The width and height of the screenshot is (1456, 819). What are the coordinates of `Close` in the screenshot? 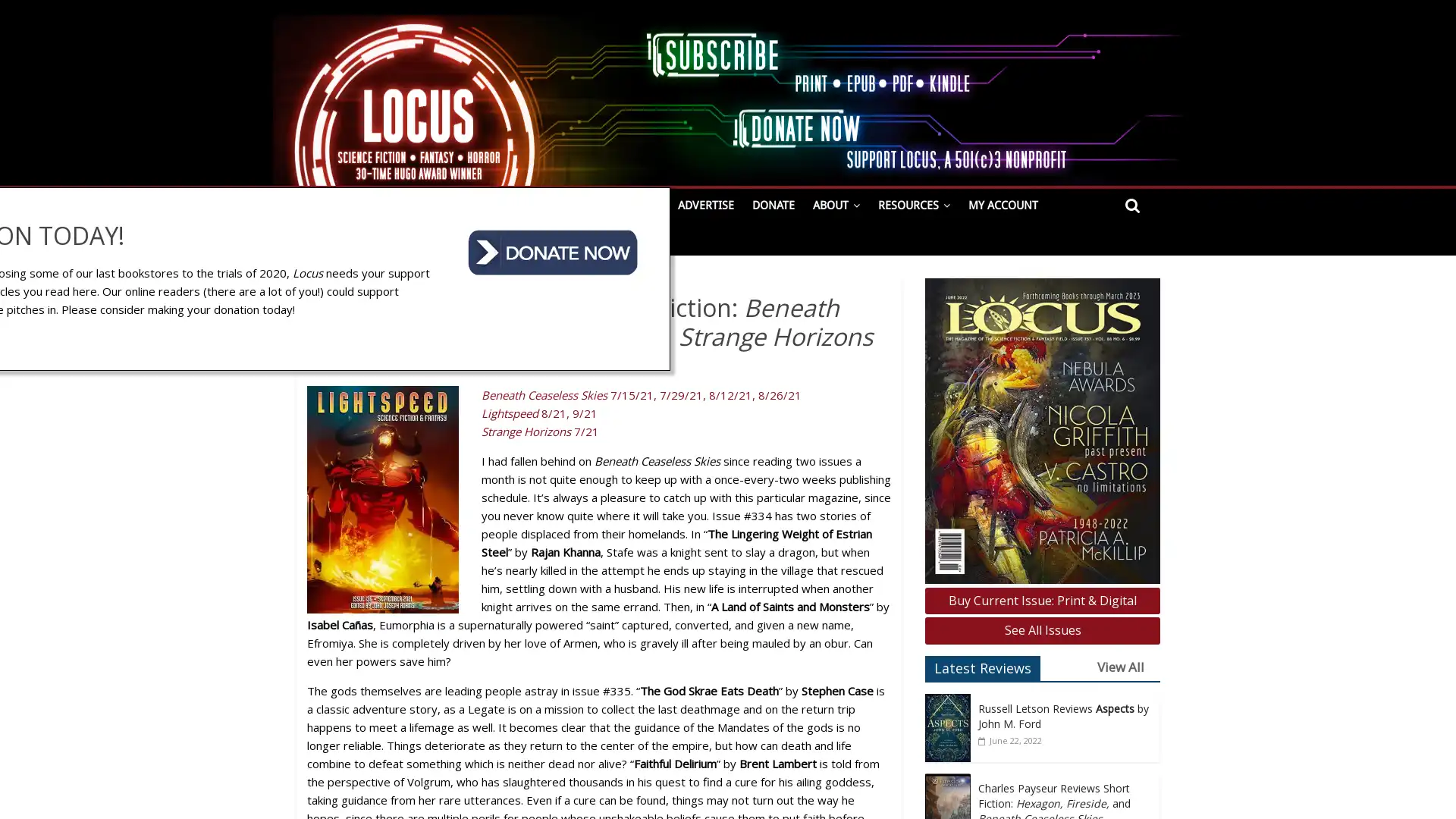 It's located at (1288, 646).